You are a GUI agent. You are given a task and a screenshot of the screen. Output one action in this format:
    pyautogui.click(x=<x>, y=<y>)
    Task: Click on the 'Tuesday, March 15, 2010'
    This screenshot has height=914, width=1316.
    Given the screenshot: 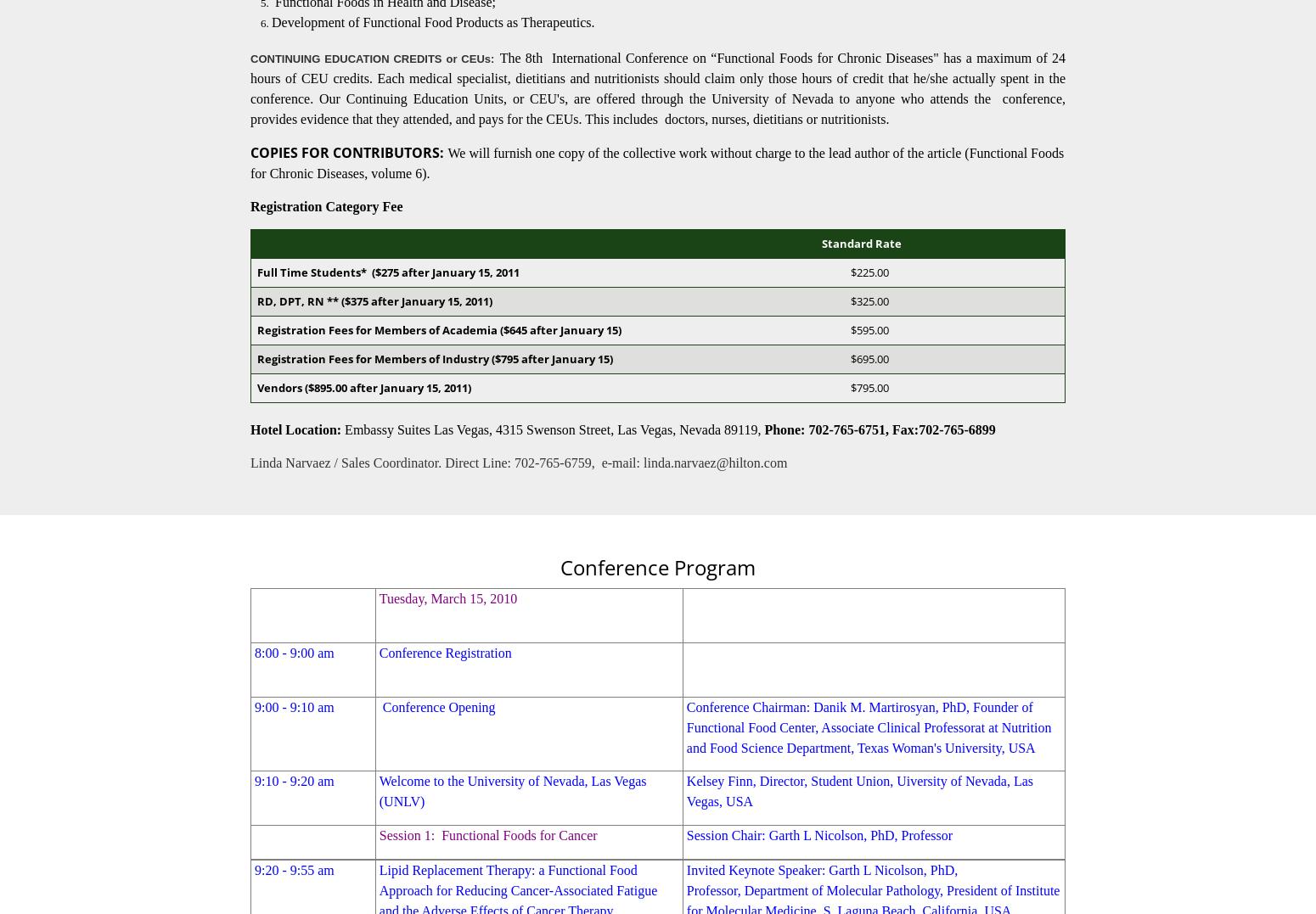 What is the action you would take?
    pyautogui.click(x=447, y=598)
    